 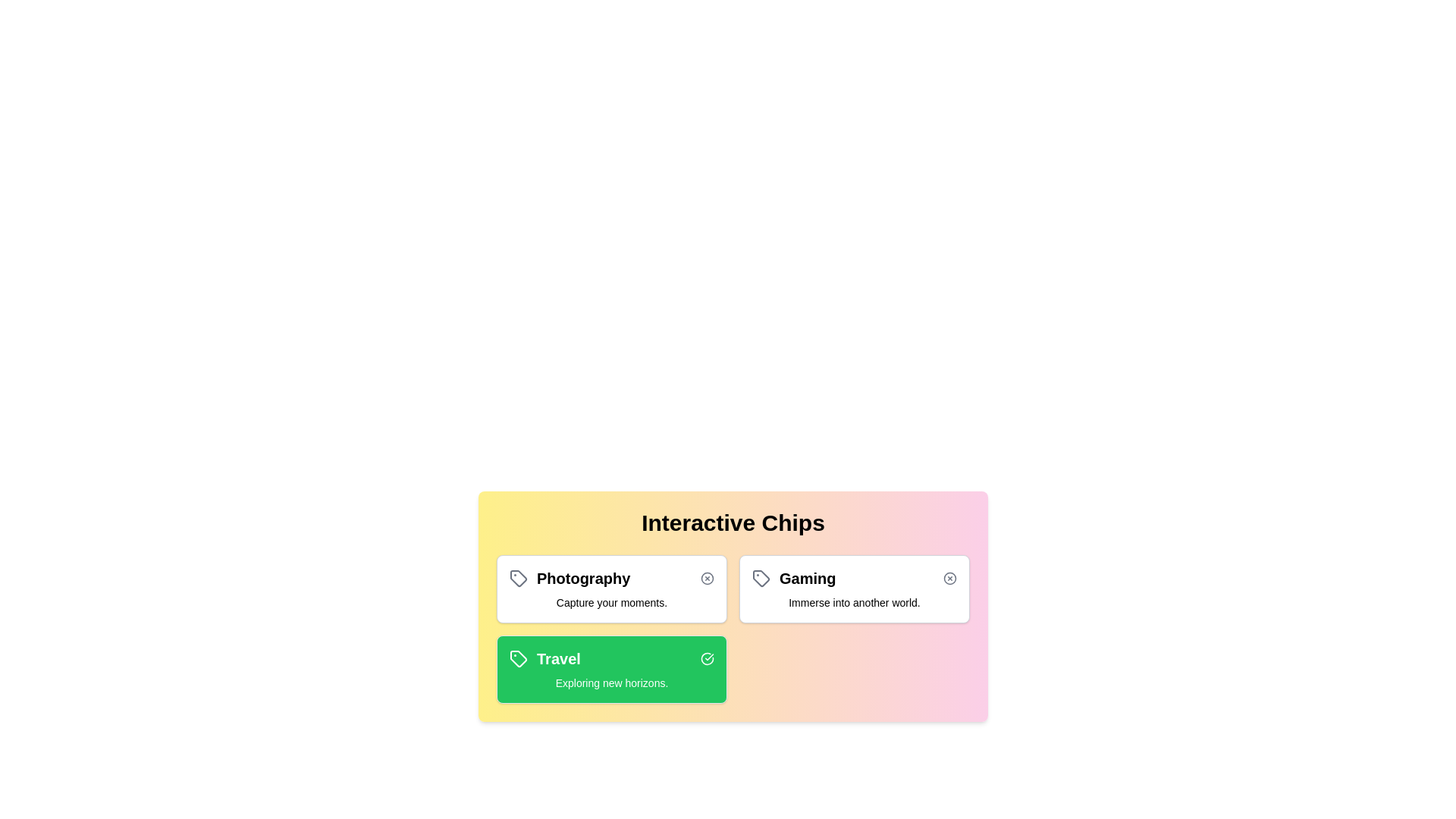 What do you see at coordinates (611, 669) in the screenshot?
I see `the chip labeled 'Travel' to toggle its selection state` at bounding box center [611, 669].